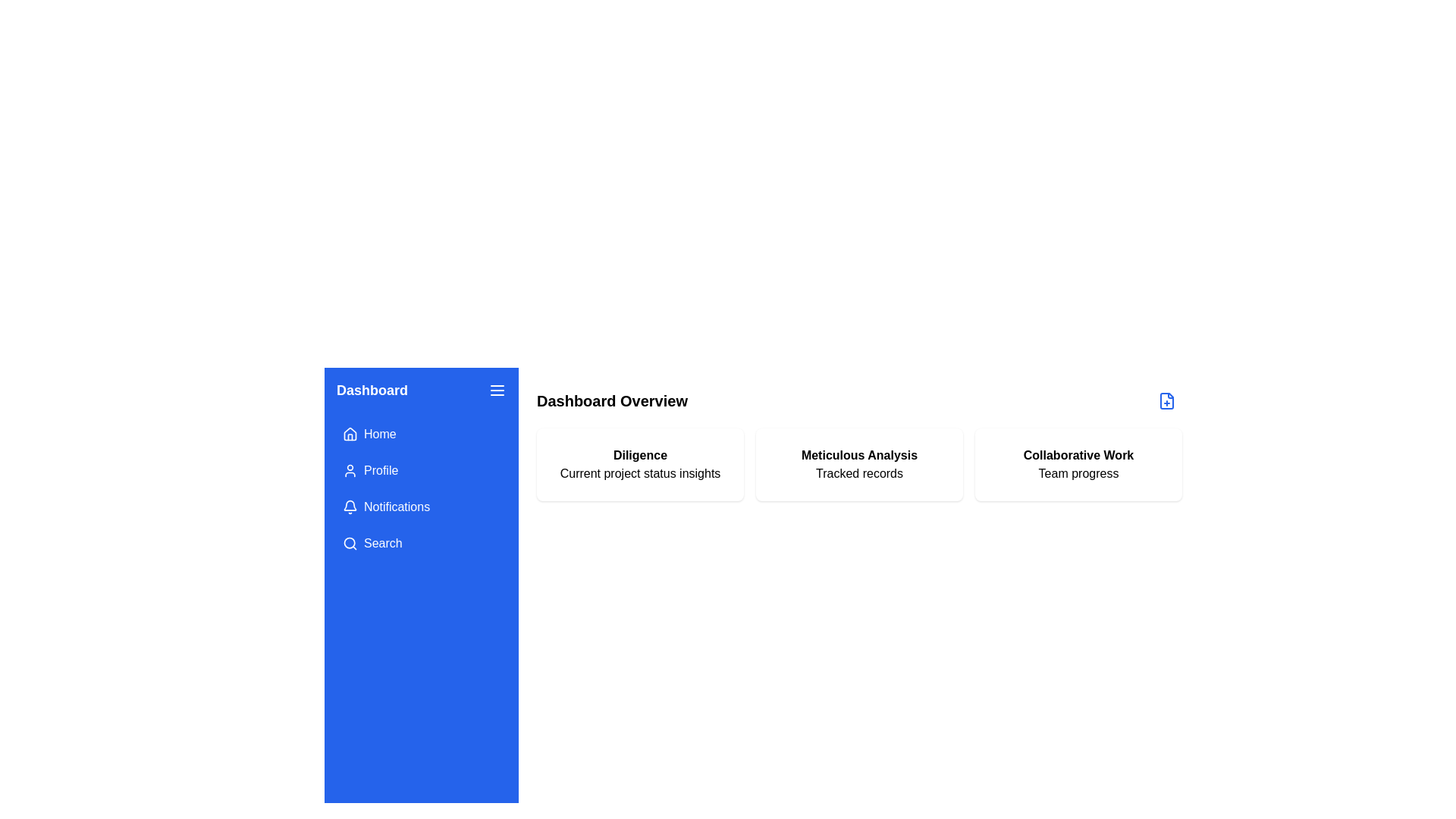  What do you see at coordinates (1166, 400) in the screenshot?
I see `the file-plus icon located at the top-right corner of the page, which features a blue outline and a plus sign` at bounding box center [1166, 400].